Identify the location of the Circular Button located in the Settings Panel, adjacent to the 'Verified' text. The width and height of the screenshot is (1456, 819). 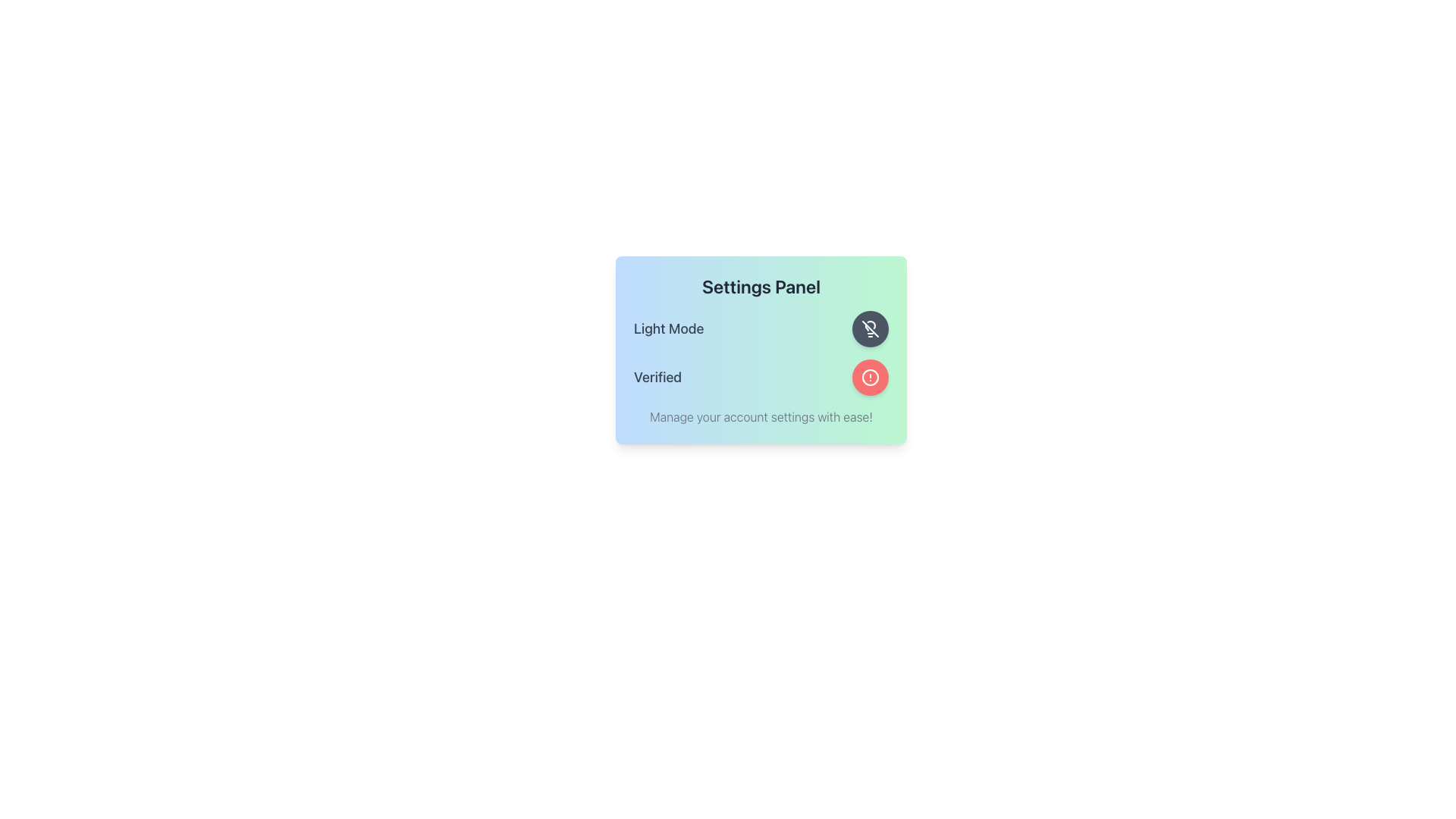
(870, 376).